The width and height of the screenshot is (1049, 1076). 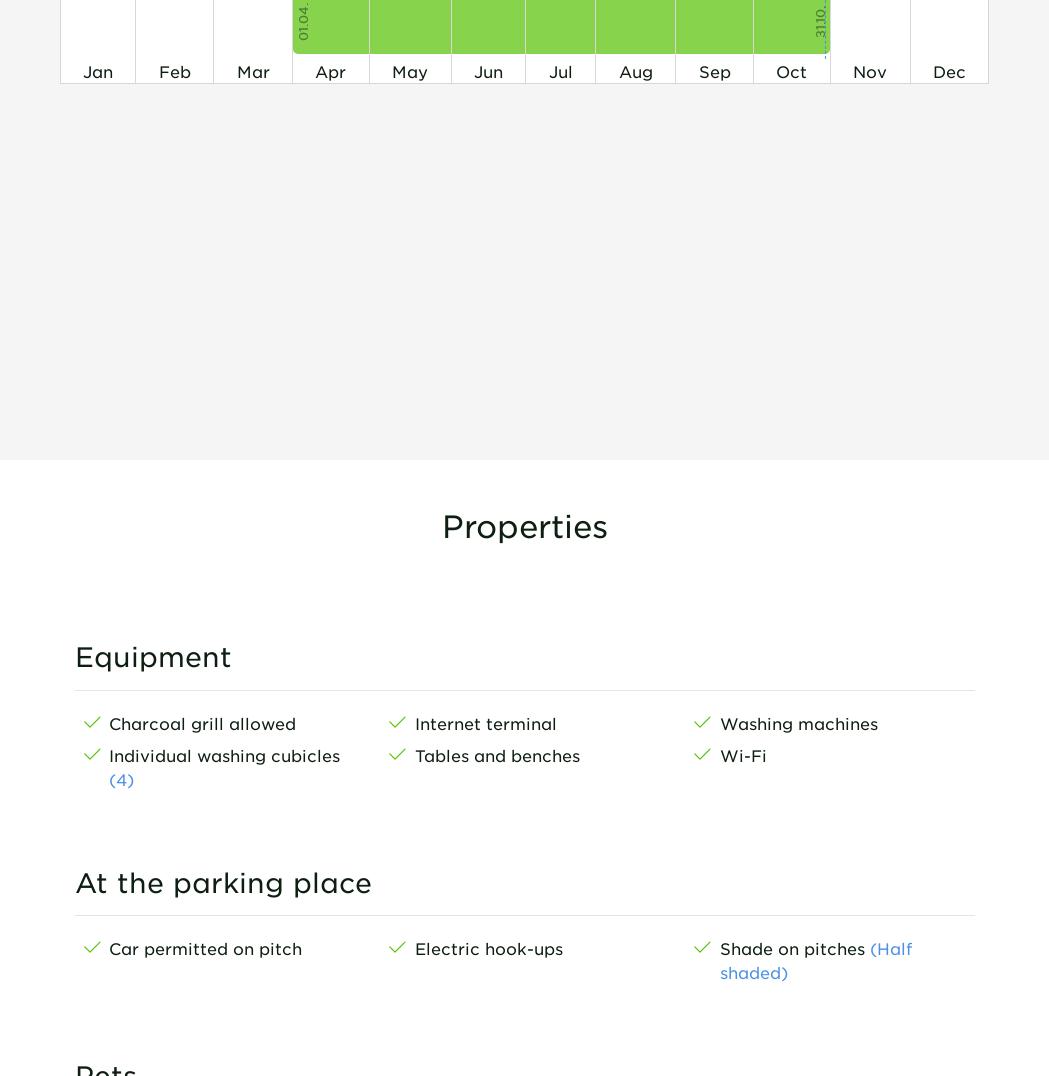 What do you see at coordinates (224, 752) in the screenshot?
I see `'Individual washing cubicles'` at bounding box center [224, 752].